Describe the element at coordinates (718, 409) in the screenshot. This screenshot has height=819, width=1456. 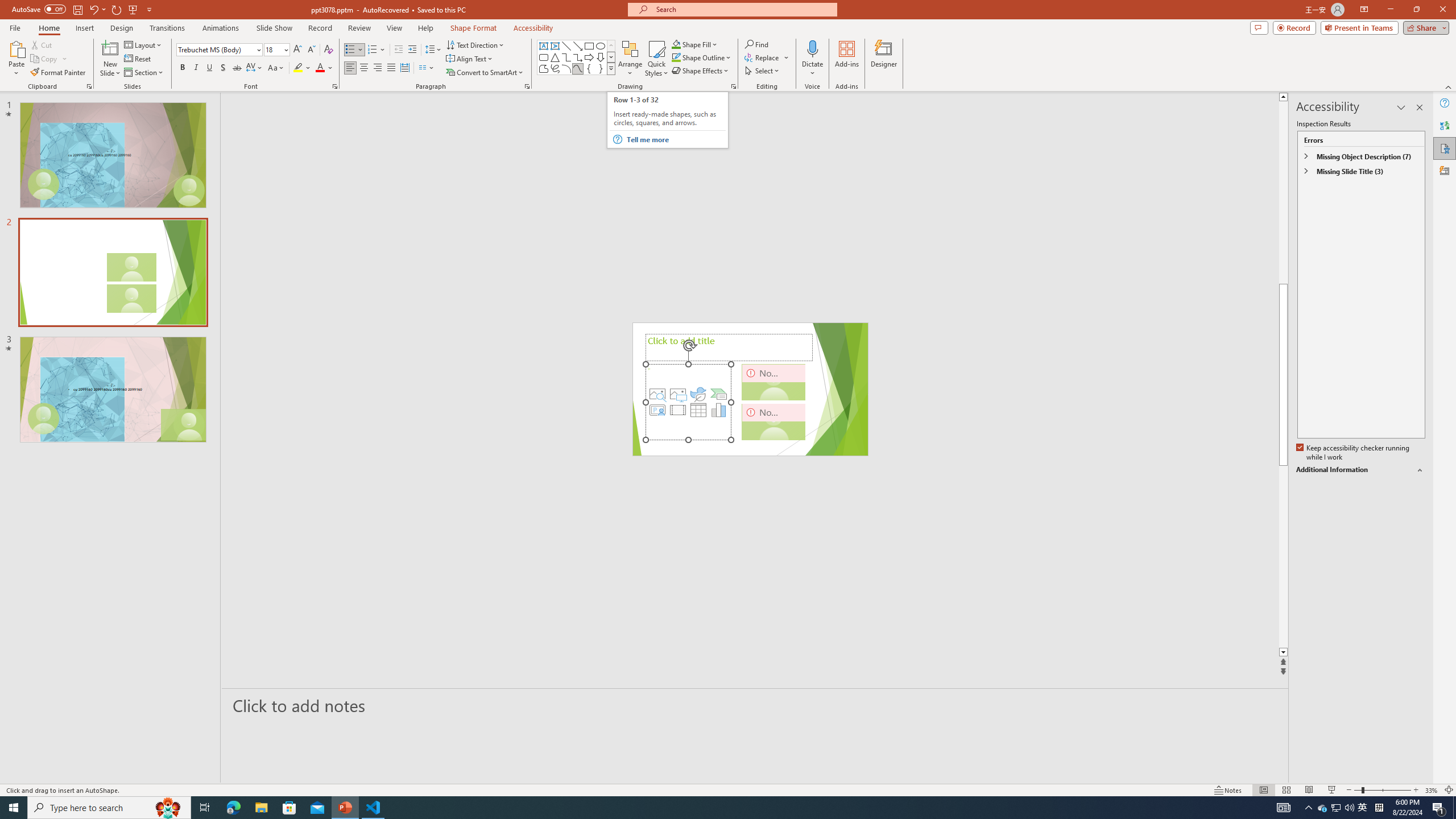
I see `'Insert Chart'` at that location.